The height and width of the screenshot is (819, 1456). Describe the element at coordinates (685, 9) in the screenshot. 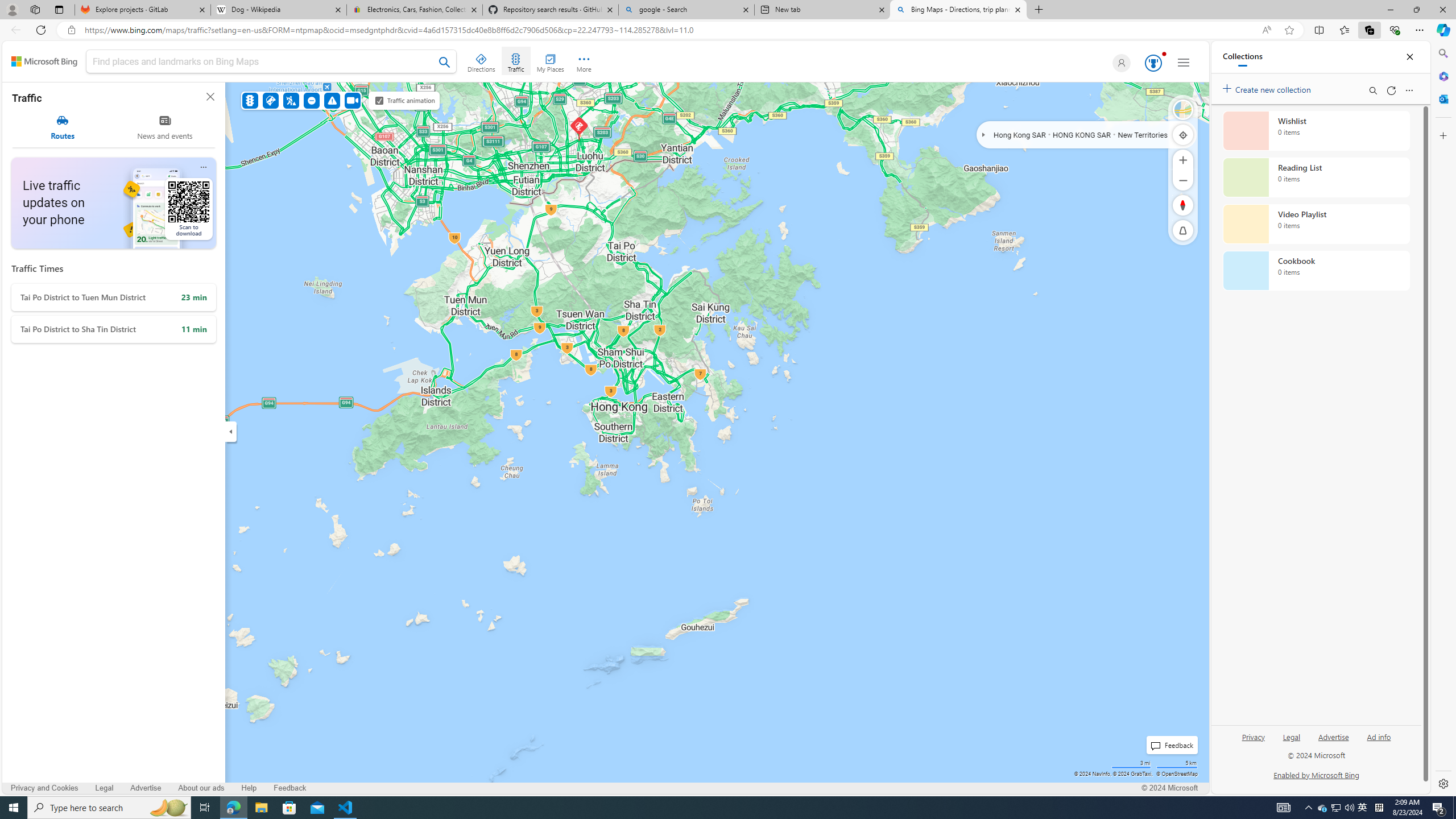

I see `'google - Search'` at that location.